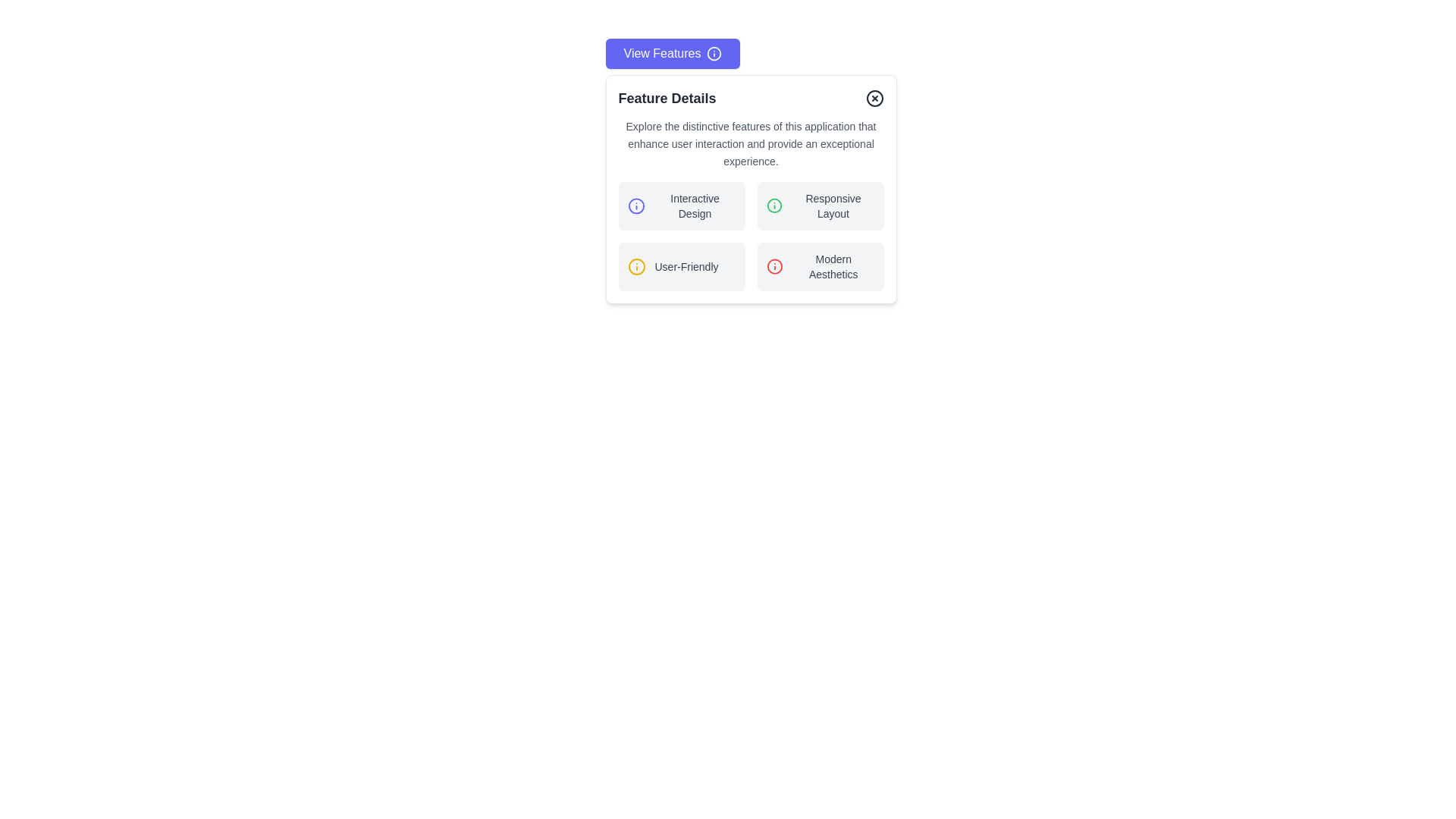 Image resolution: width=1456 pixels, height=819 pixels. I want to click on the 'User-Friendly' informational label with icon and text for accessibility navigation, so click(680, 265).